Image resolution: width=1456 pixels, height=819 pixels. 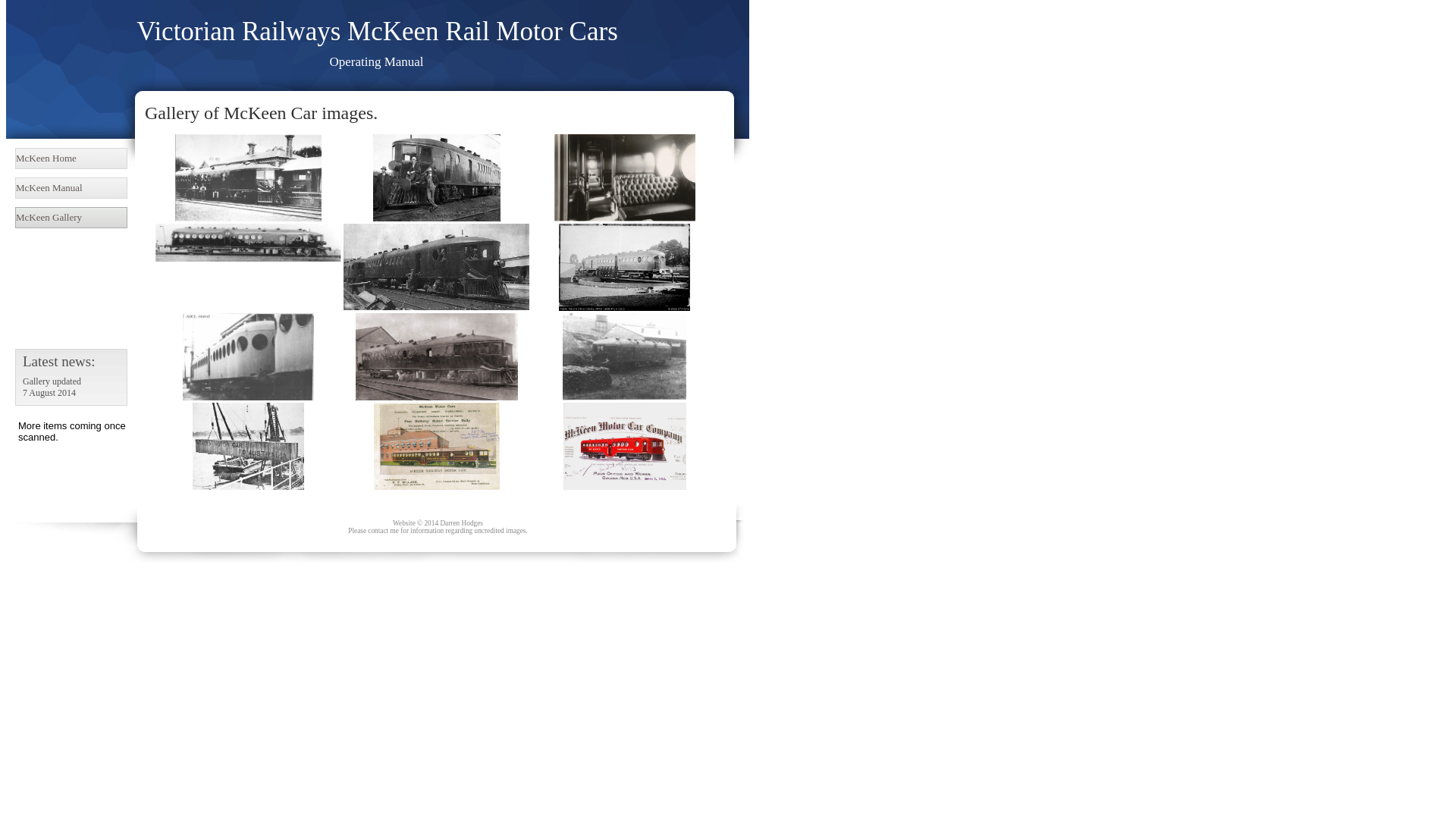 I want to click on 'McKeen Motor Car Company letterhead. Courtesy Bruce Payne', so click(x=623, y=445).